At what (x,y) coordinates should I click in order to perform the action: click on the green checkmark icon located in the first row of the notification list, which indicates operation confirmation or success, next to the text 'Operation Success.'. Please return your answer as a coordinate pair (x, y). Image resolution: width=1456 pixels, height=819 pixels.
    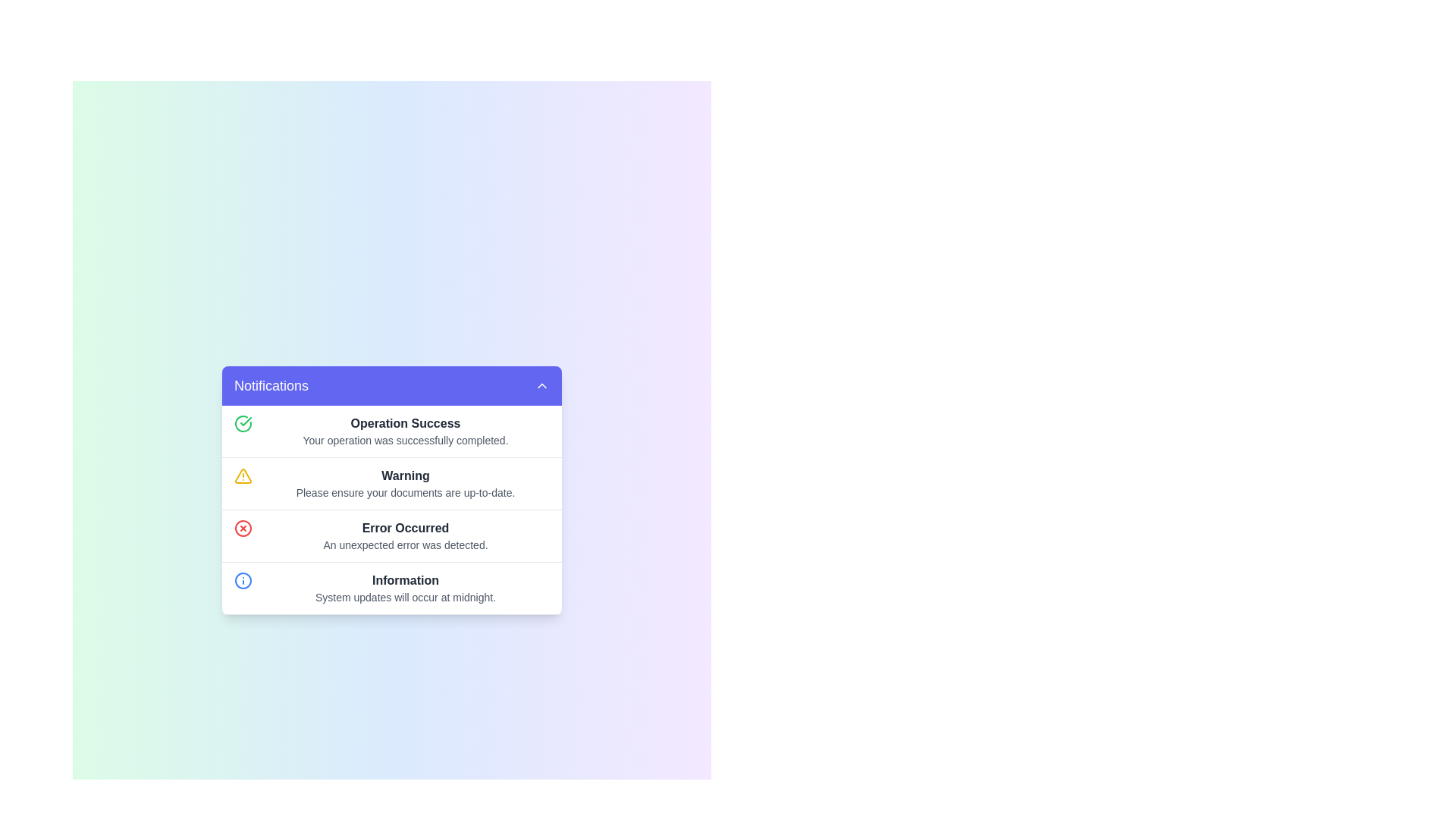
    Looking at the image, I should click on (243, 424).